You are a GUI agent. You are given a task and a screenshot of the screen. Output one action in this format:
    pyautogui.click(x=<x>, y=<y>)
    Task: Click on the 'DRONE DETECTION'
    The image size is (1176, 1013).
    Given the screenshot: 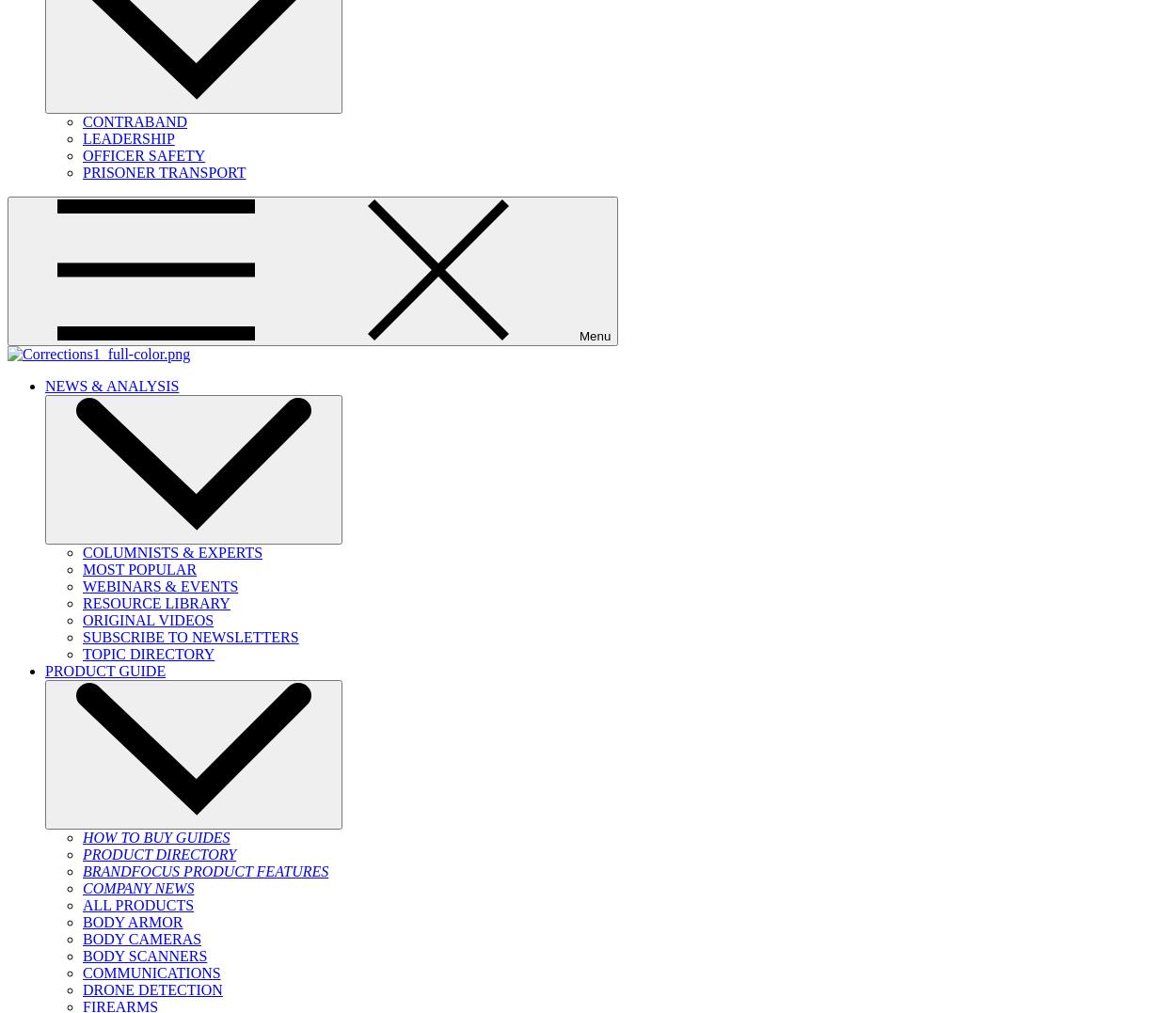 What is the action you would take?
    pyautogui.click(x=152, y=989)
    